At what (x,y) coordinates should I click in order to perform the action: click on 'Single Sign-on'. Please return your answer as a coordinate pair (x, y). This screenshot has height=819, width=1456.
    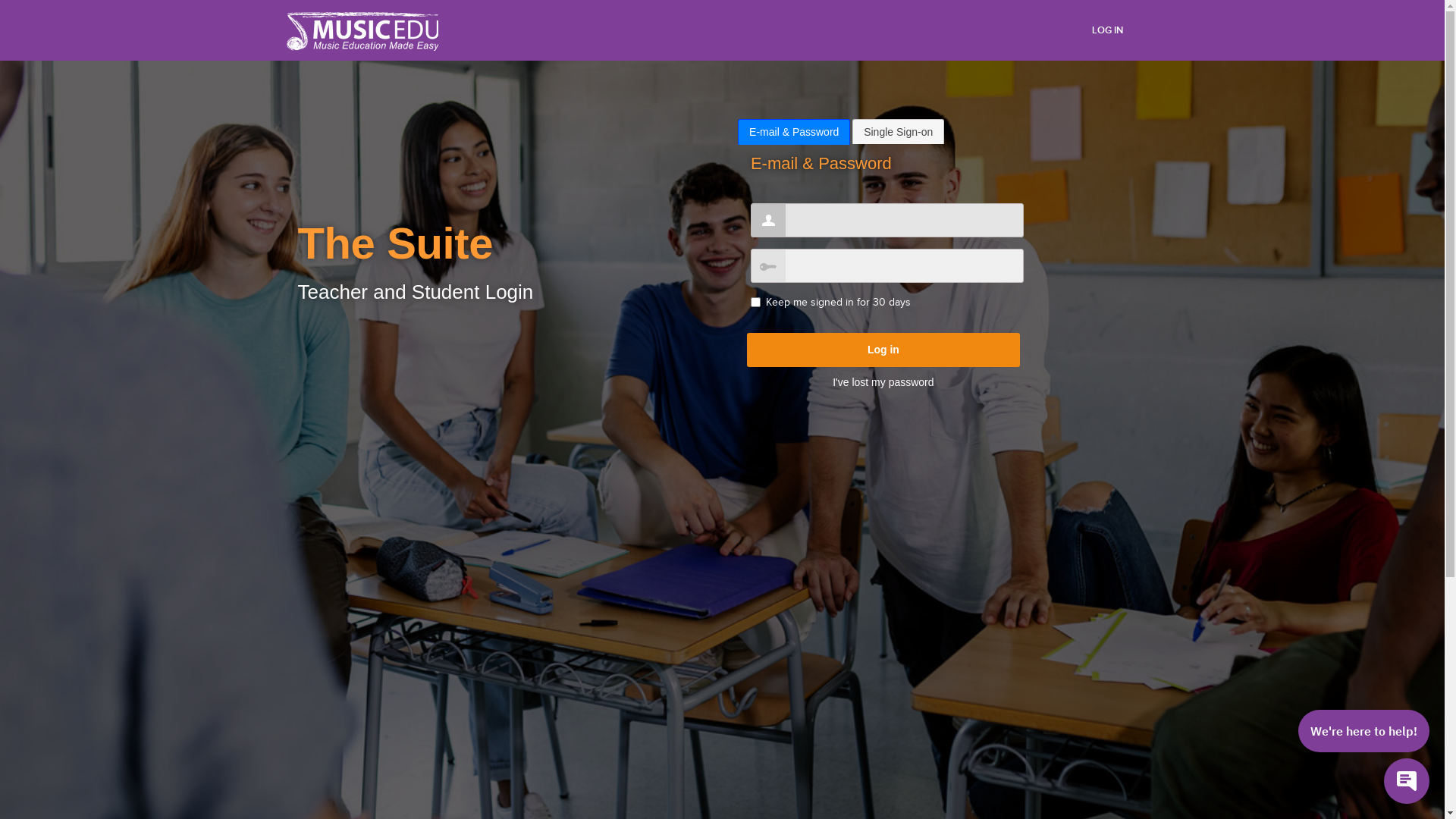
    Looking at the image, I should click on (898, 130).